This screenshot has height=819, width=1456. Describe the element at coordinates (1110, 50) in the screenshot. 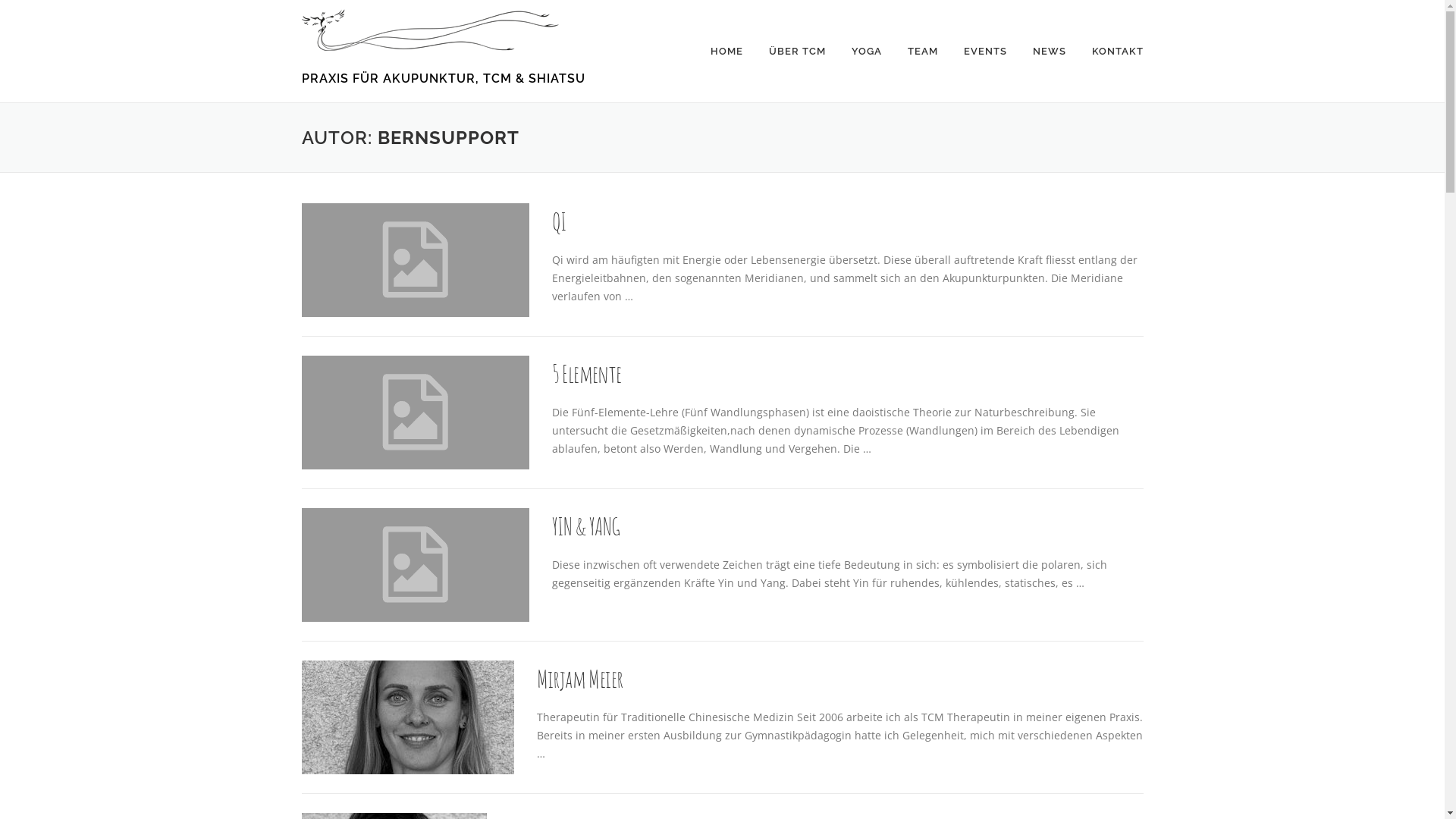

I see `'KONTAKT'` at that location.